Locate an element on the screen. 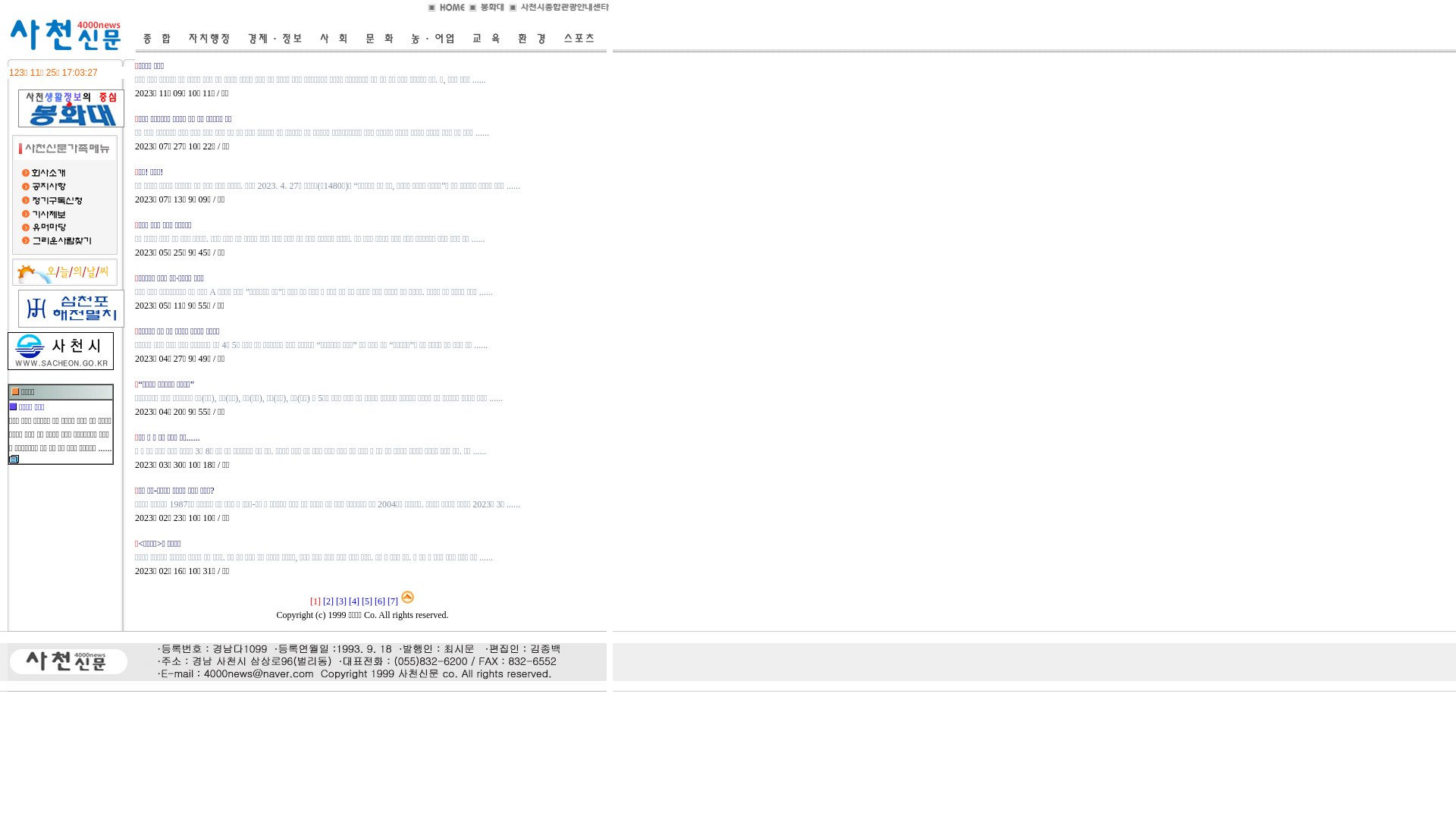 The image size is (1456, 819). '[6]' is located at coordinates (379, 601).